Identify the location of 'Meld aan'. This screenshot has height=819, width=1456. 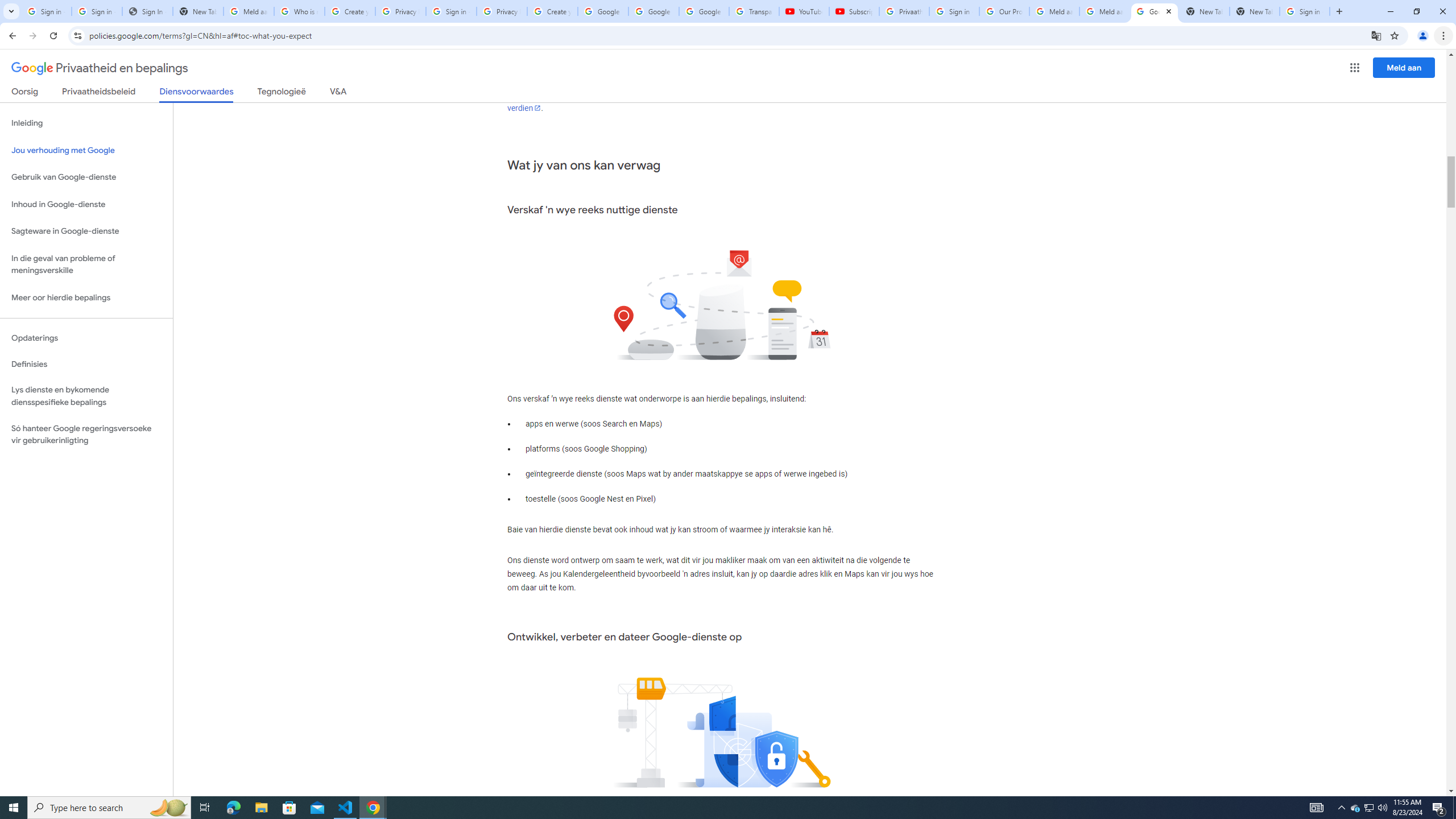
(1404, 67).